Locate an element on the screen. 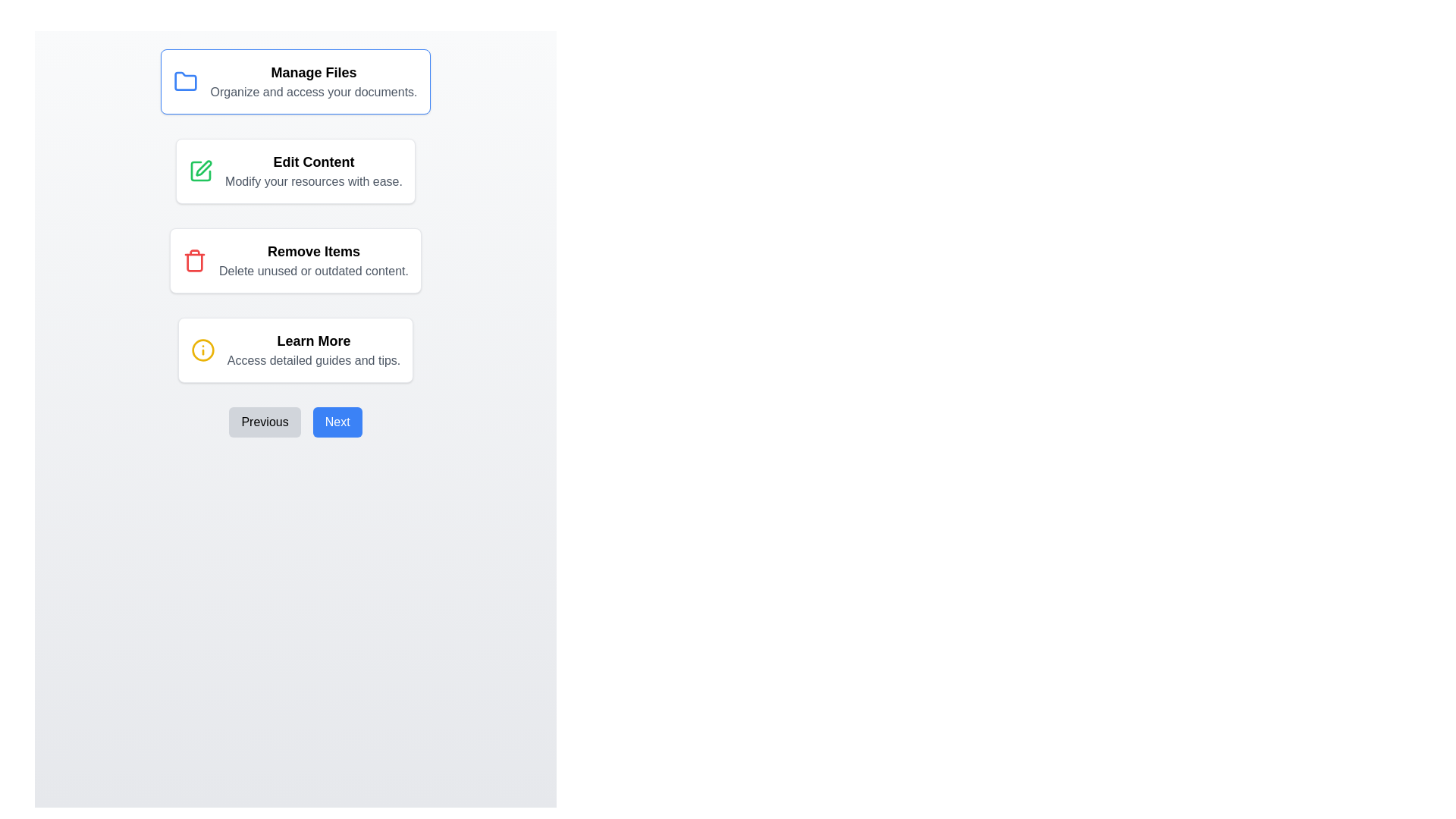  the fourth card in the vertical stack of informational cards, which contains an information icon and provides additional assistance by leading the user to detailed guides and tips is located at coordinates (312, 350).